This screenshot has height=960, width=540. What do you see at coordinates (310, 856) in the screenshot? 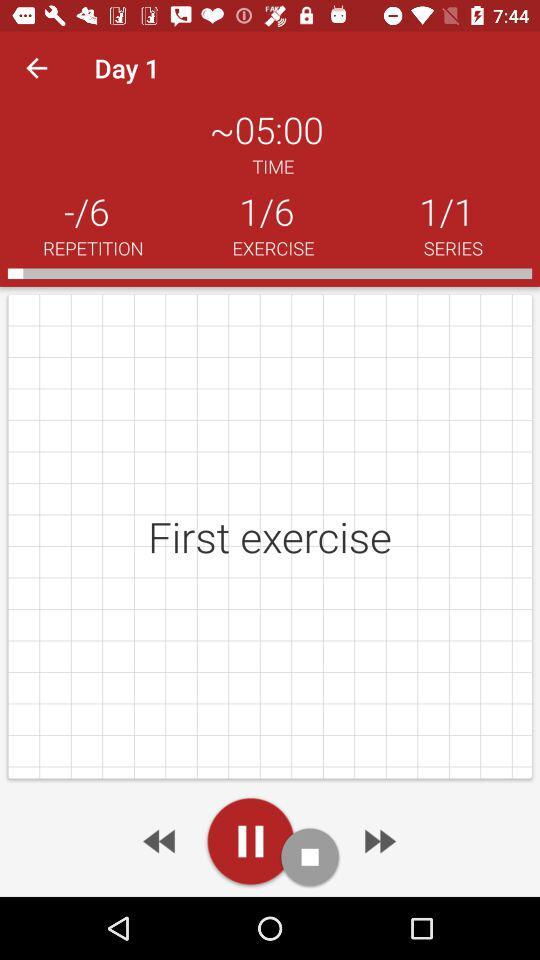
I see `stop option` at bounding box center [310, 856].